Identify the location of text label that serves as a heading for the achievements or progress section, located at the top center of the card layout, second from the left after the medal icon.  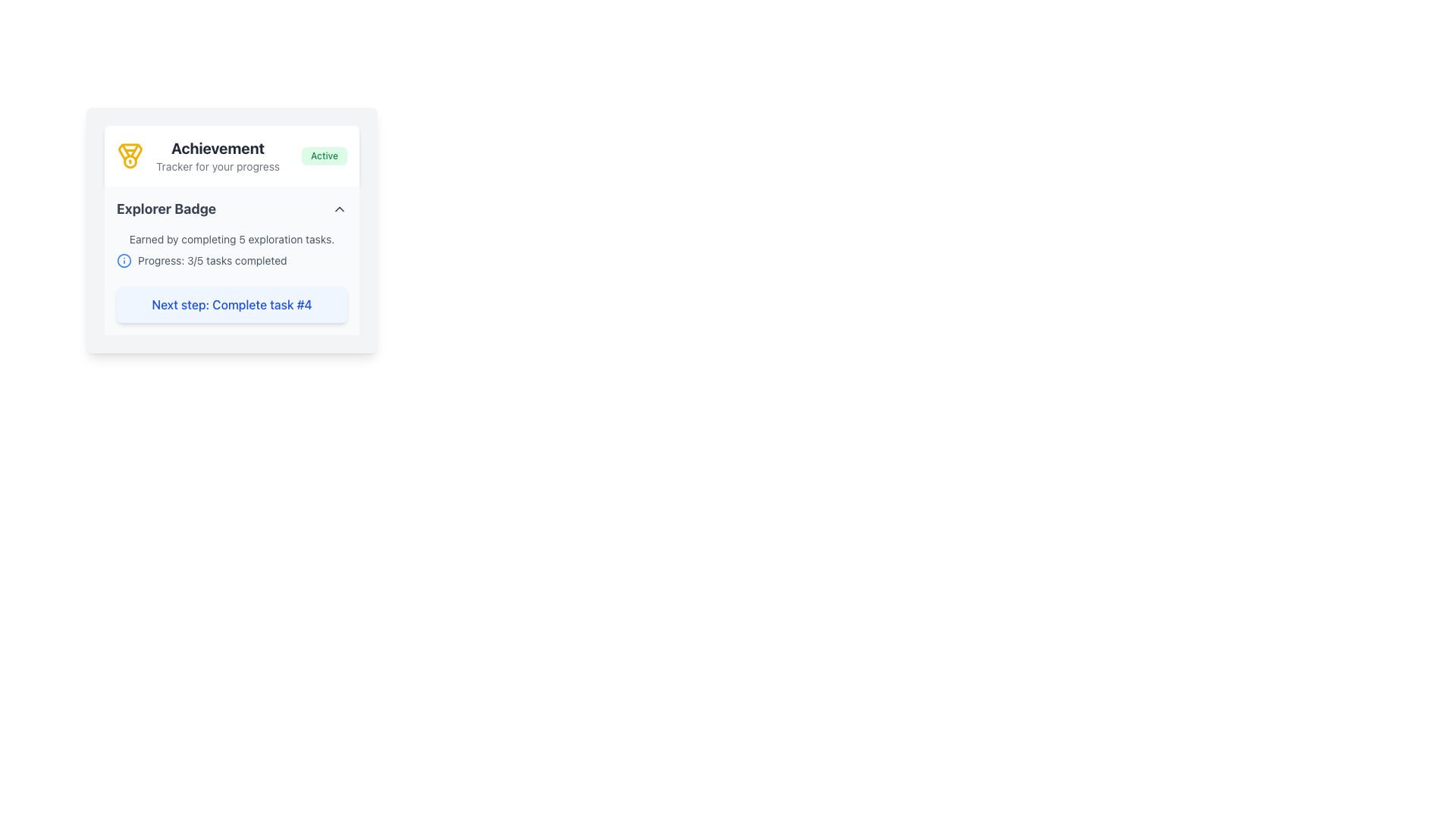
(217, 155).